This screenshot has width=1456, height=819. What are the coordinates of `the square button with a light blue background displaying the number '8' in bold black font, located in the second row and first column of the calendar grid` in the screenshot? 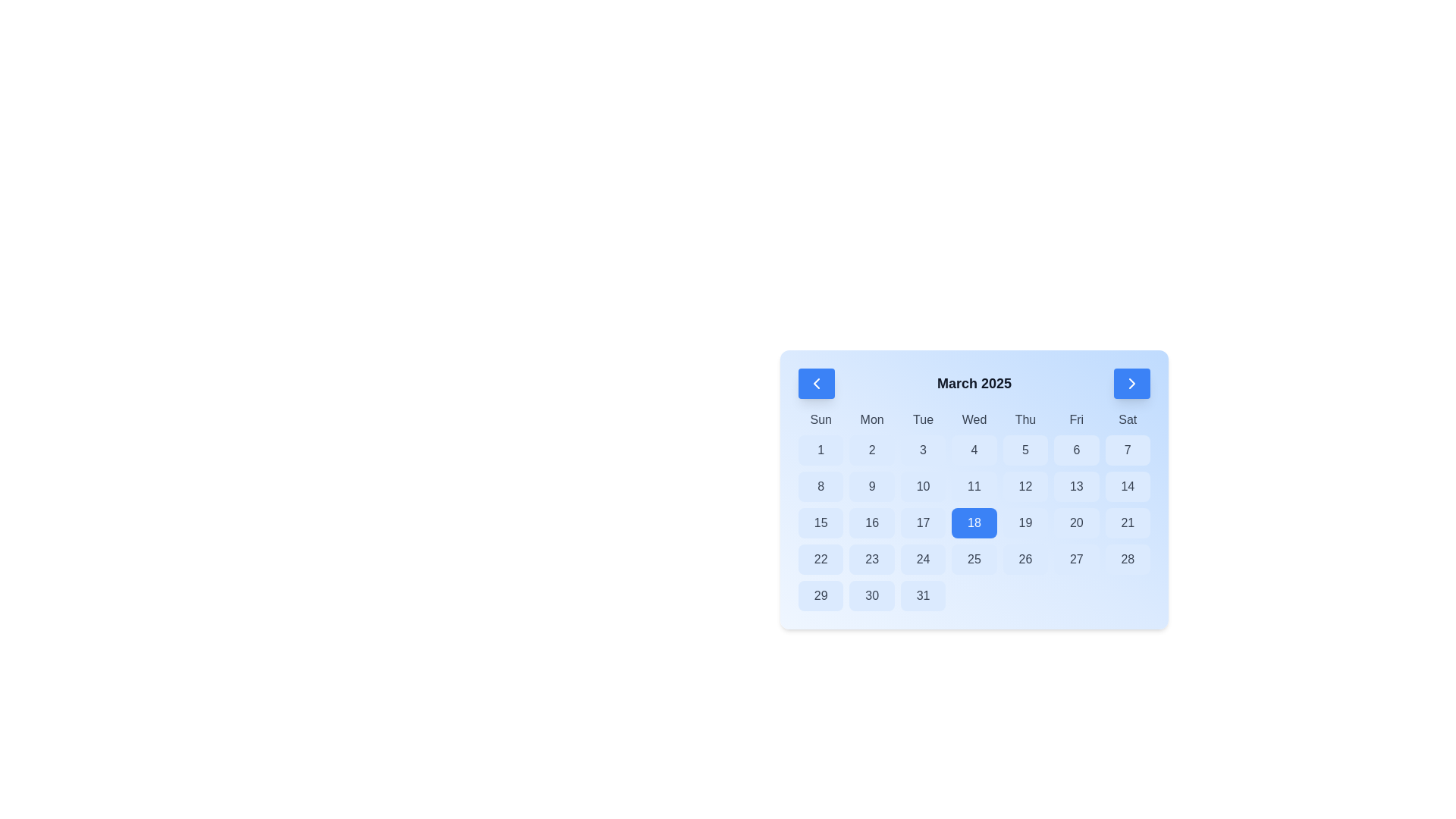 It's located at (820, 486).